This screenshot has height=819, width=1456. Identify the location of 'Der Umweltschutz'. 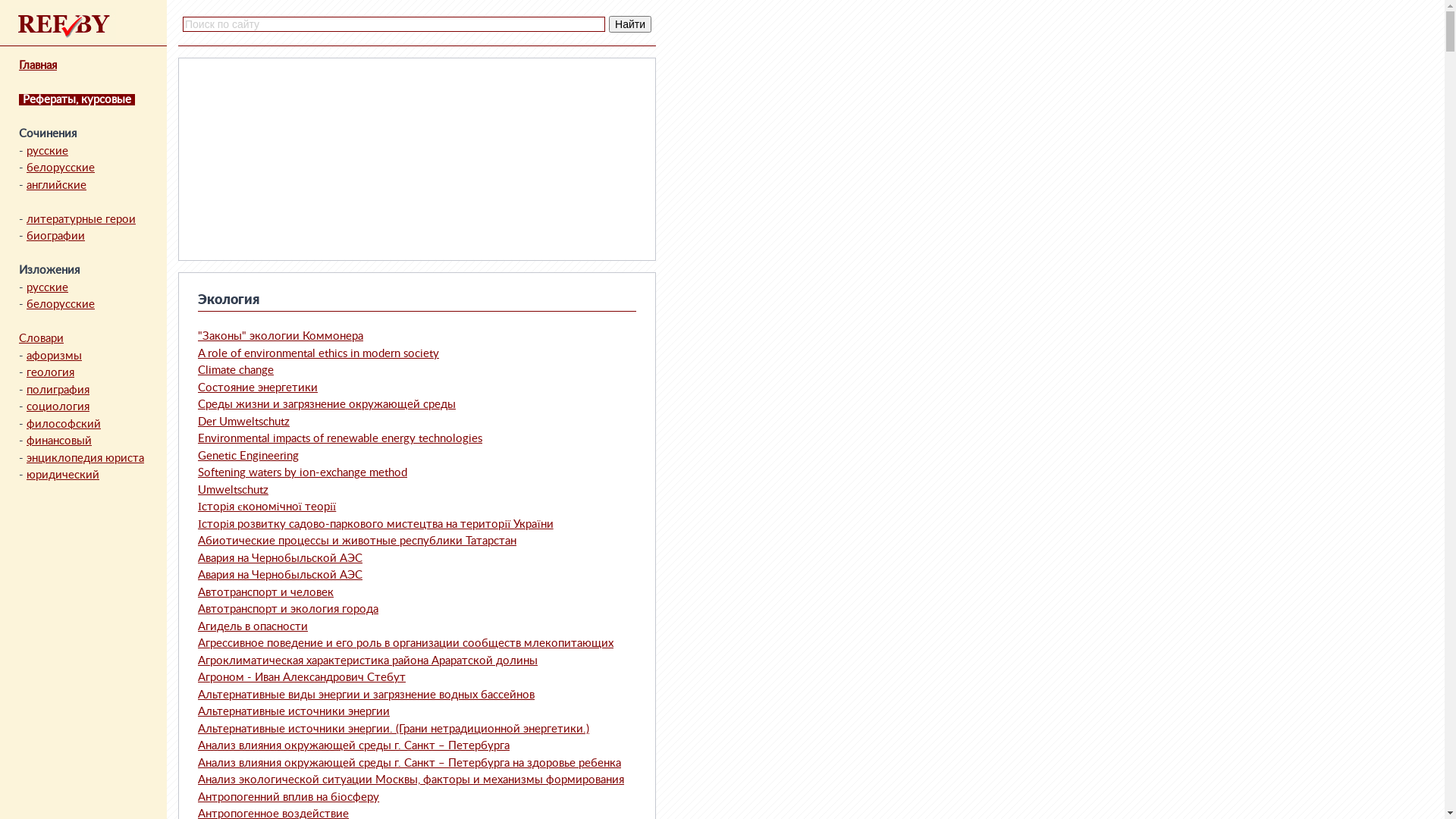
(243, 421).